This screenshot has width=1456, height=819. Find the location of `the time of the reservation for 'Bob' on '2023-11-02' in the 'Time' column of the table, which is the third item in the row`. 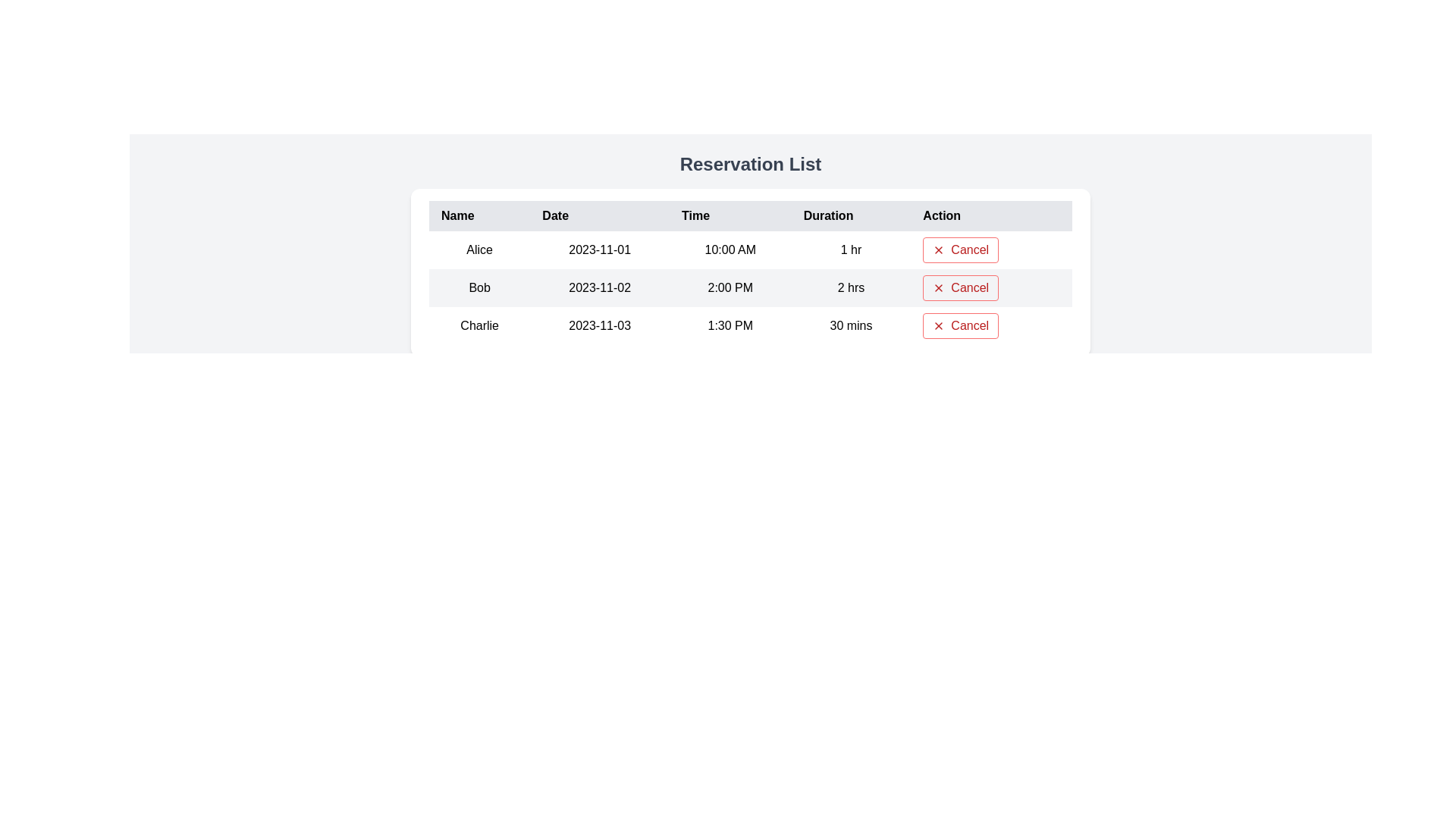

the time of the reservation for 'Bob' on '2023-11-02' in the 'Time' column of the table, which is the third item in the row is located at coordinates (730, 288).